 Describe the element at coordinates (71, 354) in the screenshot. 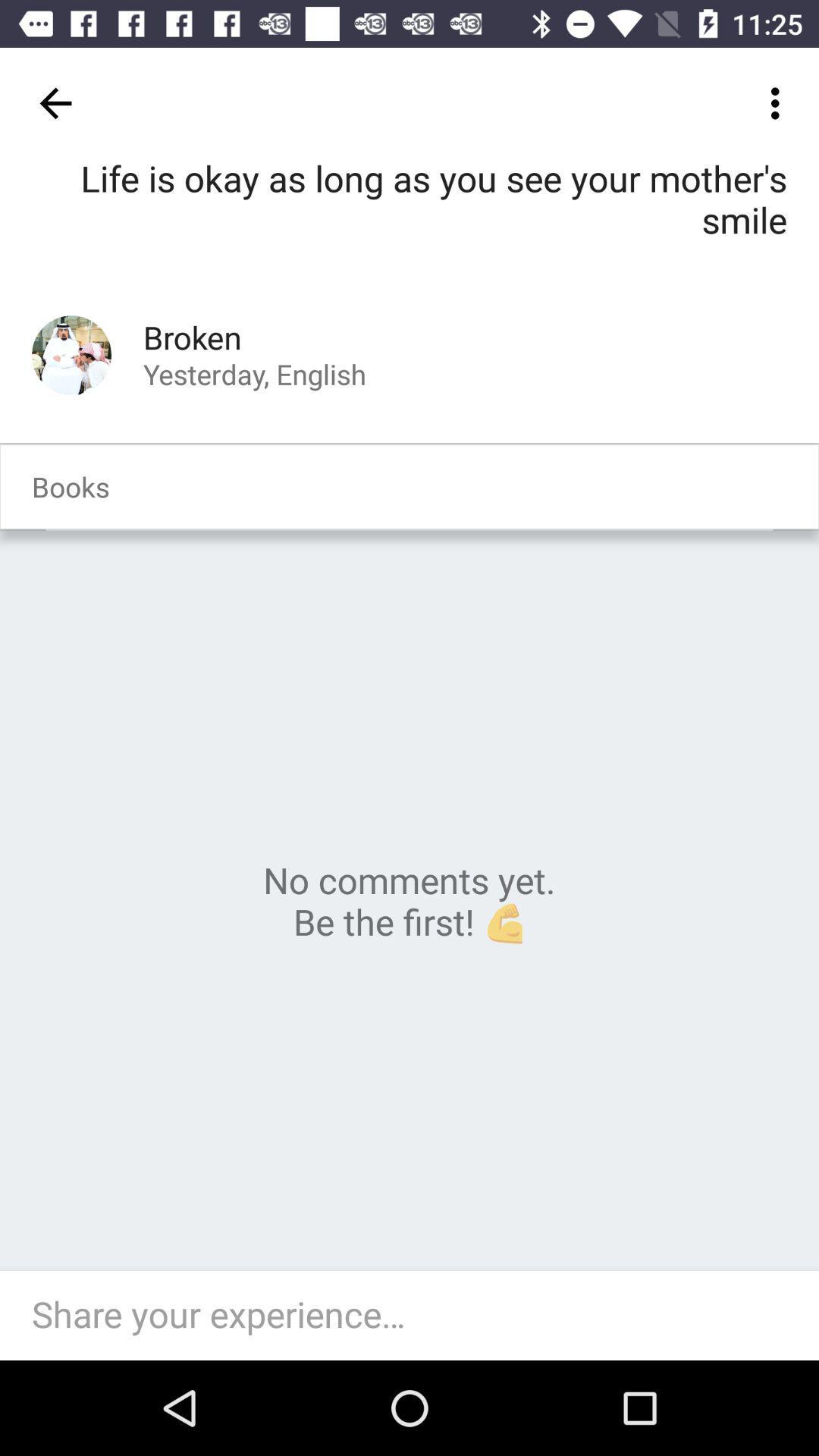

I see `the item next to the broken` at that location.